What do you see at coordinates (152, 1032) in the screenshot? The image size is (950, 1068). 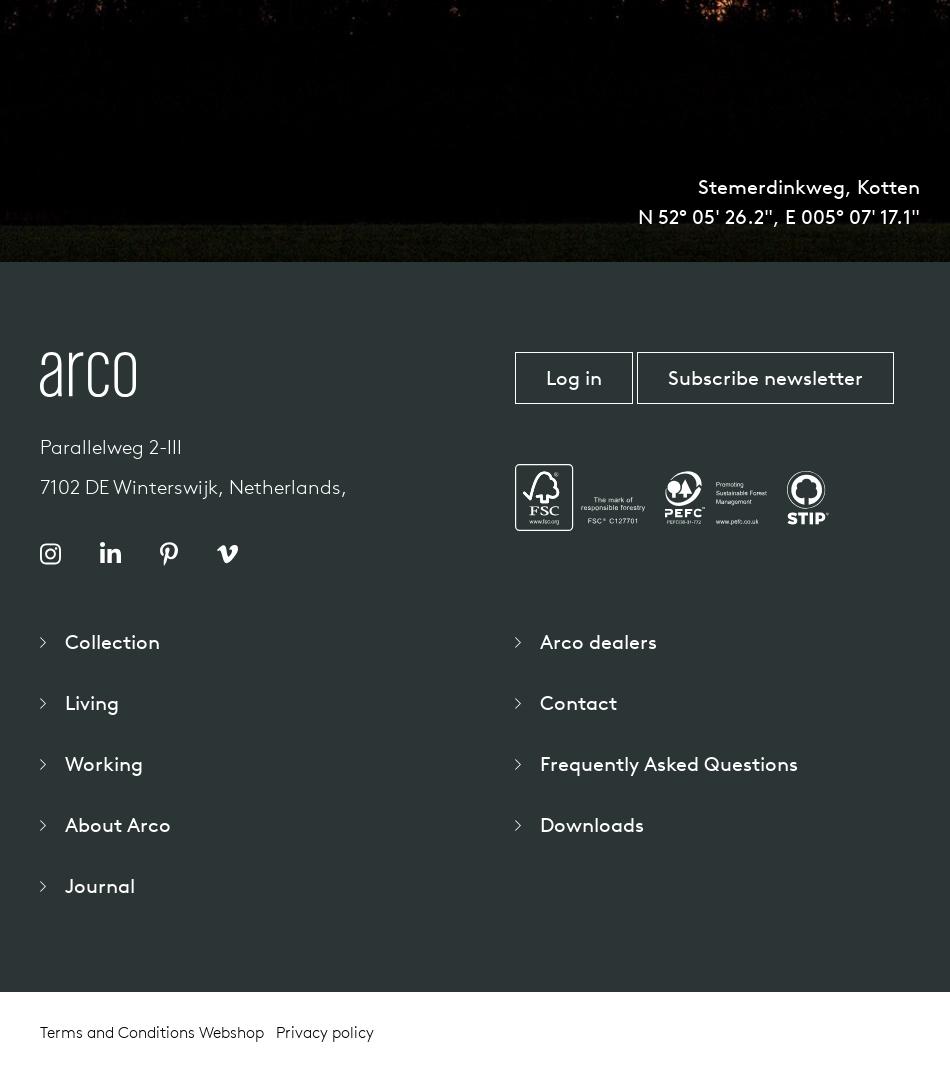 I see `'Terms and Conditions Webshop'` at bounding box center [152, 1032].